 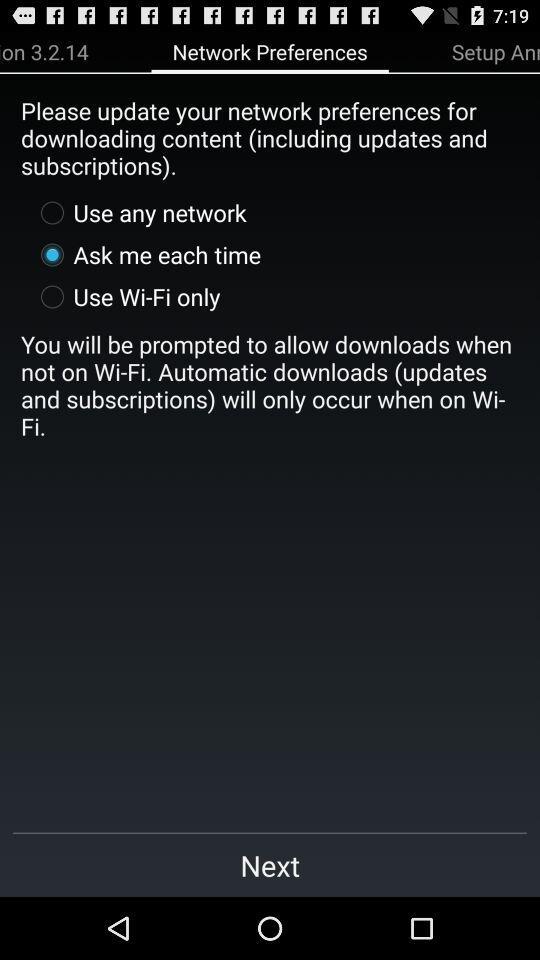 What do you see at coordinates (44, 50) in the screenshot?
I see `icon to the left of network preferences icon` at bounding box center [44, 50].